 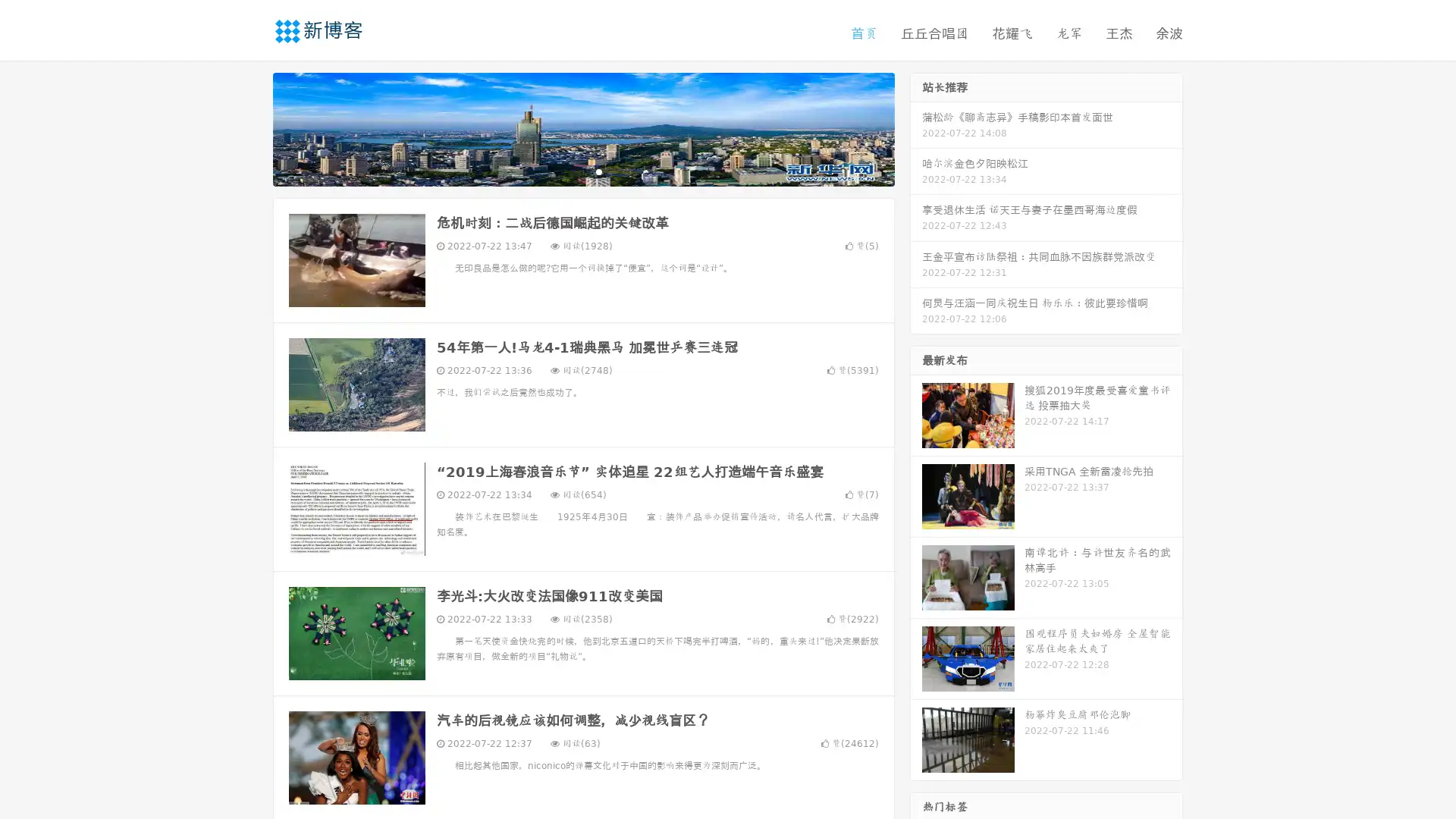 What do you see at coordinates (567, 171) in the screenshot?
I see `Go to slide 1` at bounding box center [567, 171].